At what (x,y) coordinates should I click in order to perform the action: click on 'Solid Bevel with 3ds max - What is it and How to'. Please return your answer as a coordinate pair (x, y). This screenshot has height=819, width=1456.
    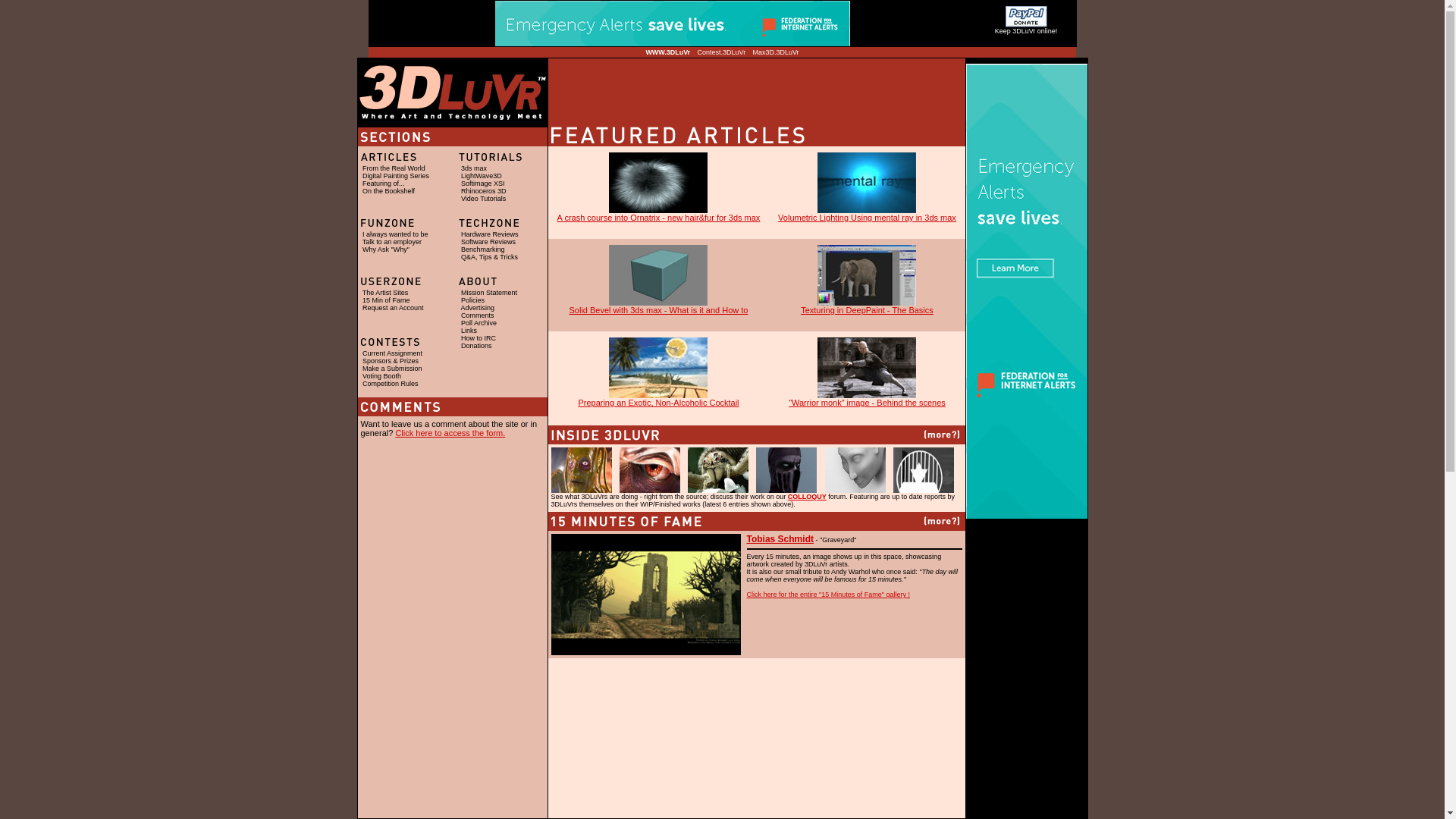
    Looking at the image, I should click on (658, 306).